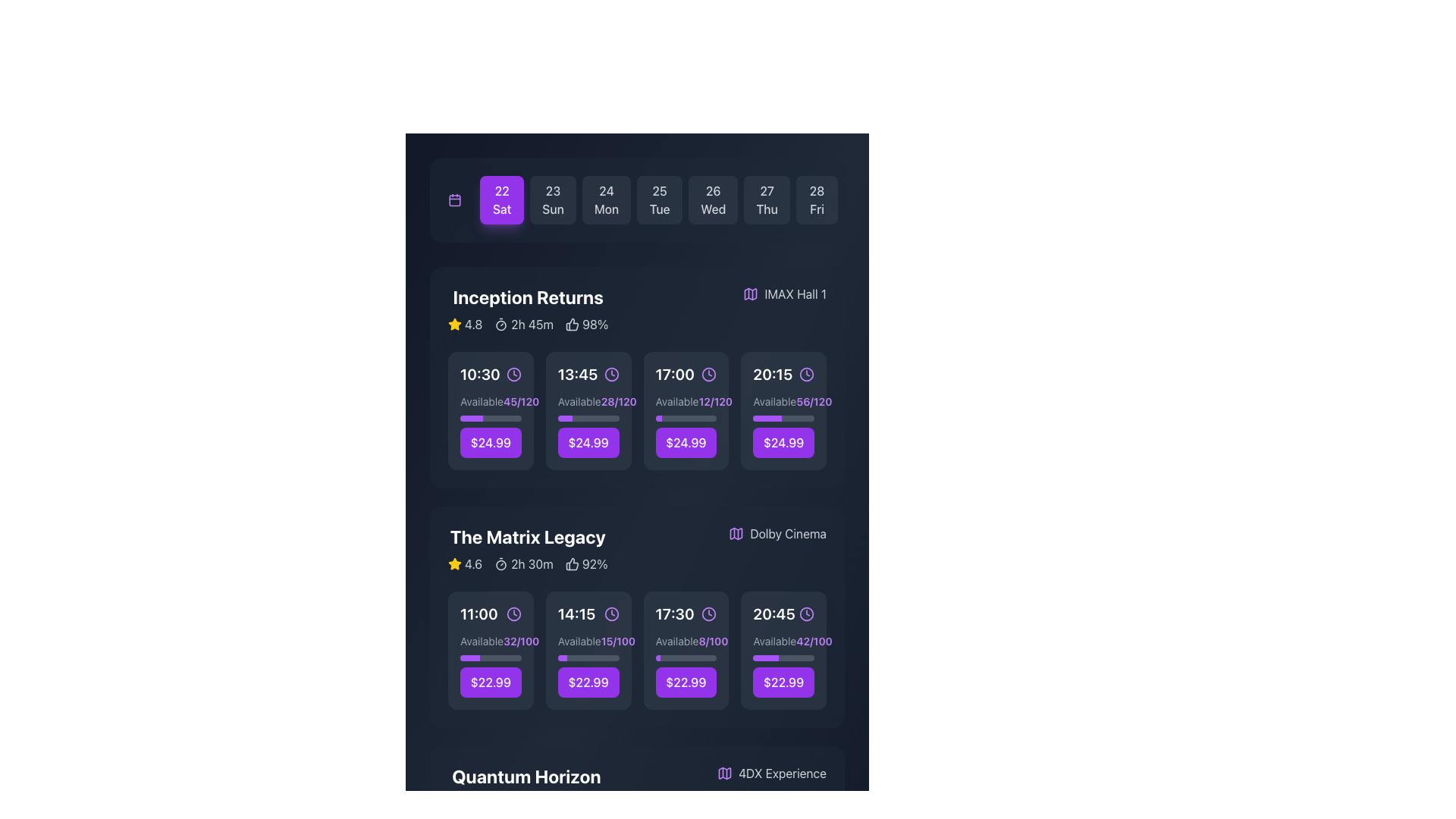 This screenshot has height=819, width=1456. What do you see at coordinates (771, 773) in the screenshot?
I see `the '4DX Experience' label with icon located at the bottom right corner of the 'Quantum Horizon' section` at bounding box center [771, 773].